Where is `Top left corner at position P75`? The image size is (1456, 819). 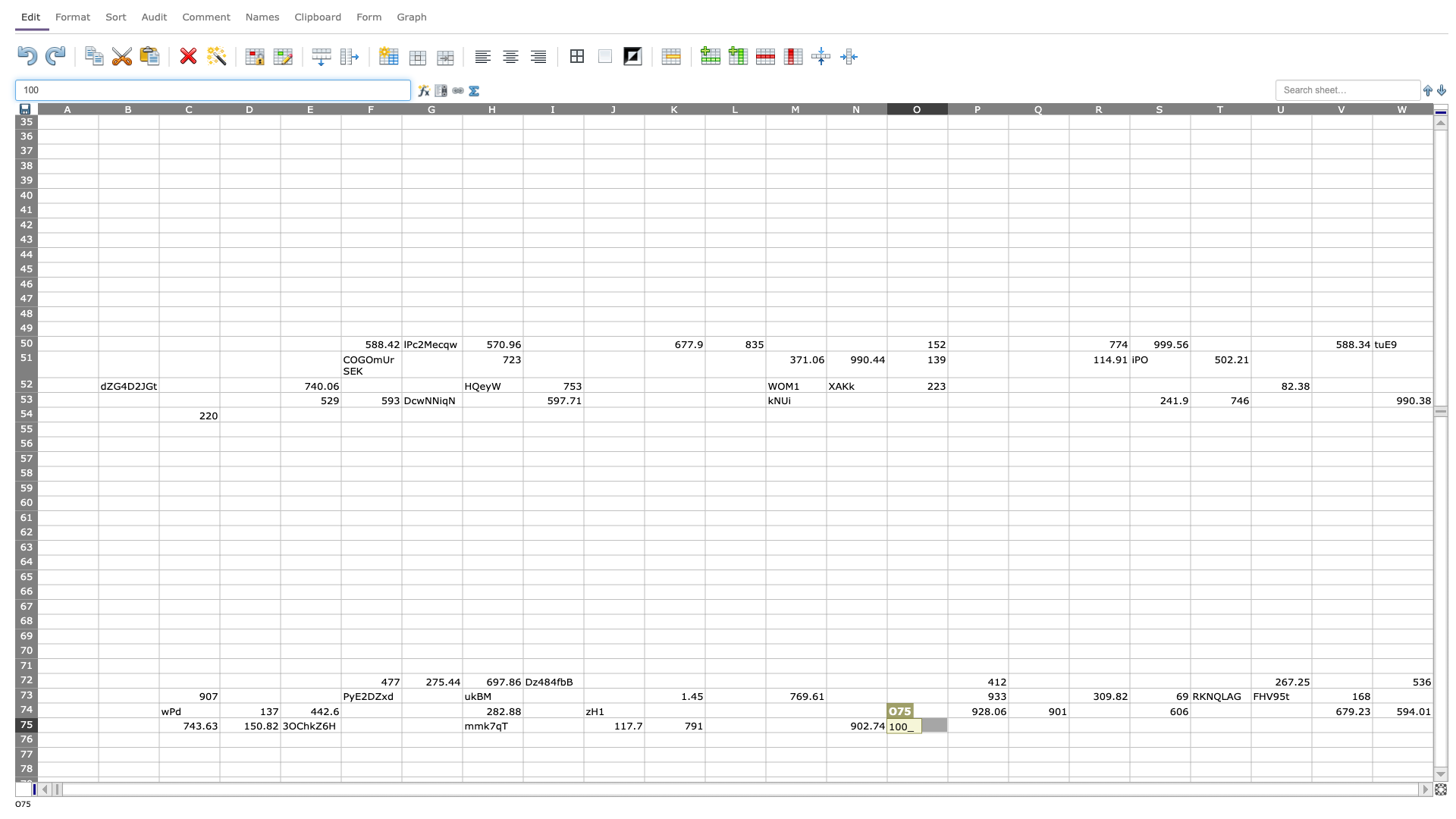
Top left corner at position P75 is located at coordinates (946, 717).